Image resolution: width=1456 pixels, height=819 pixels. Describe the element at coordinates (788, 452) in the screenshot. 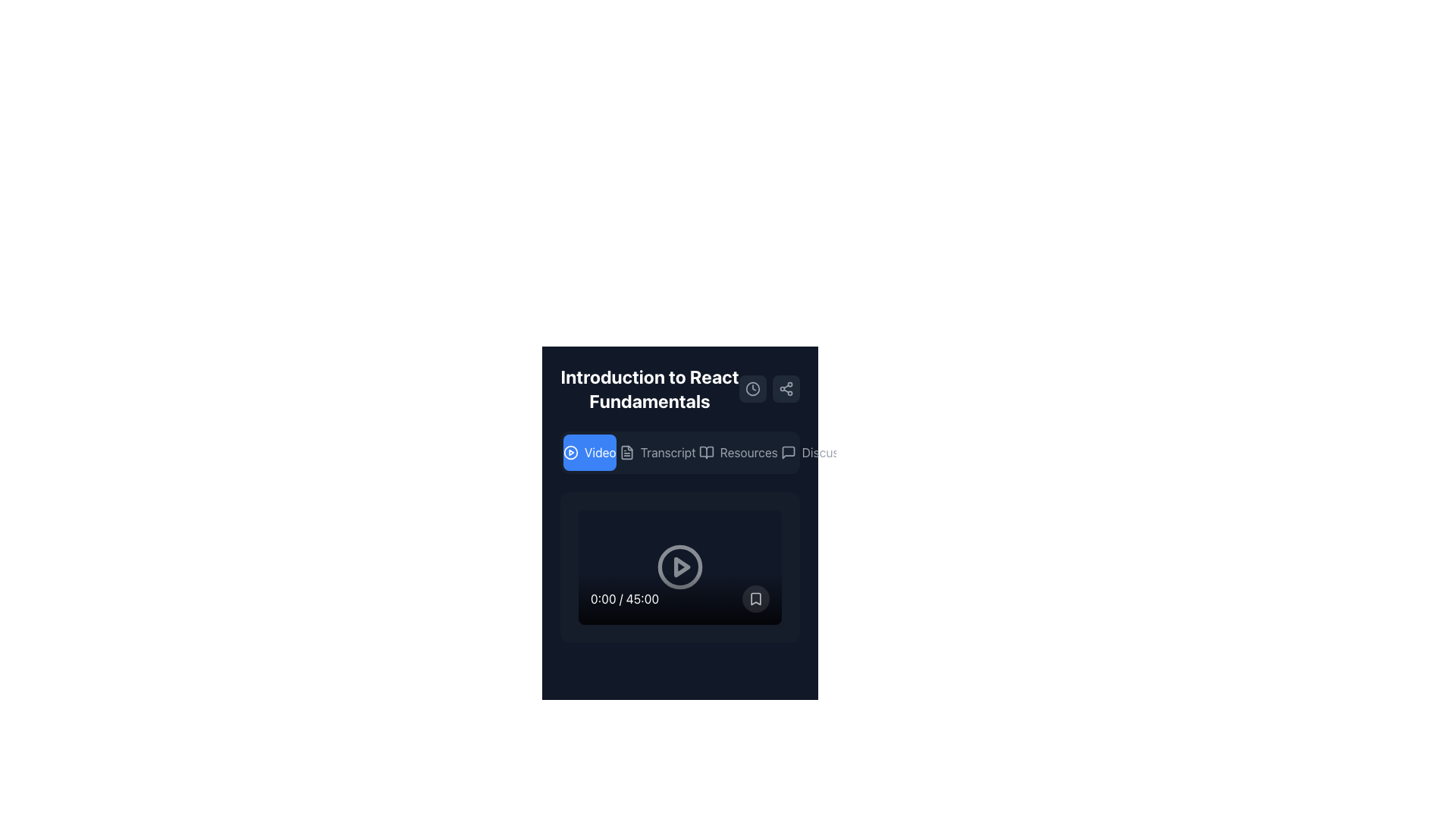

I see `the comment bubble icon located to the left of the title 'Introduction to React Fundamentals'` at that location.